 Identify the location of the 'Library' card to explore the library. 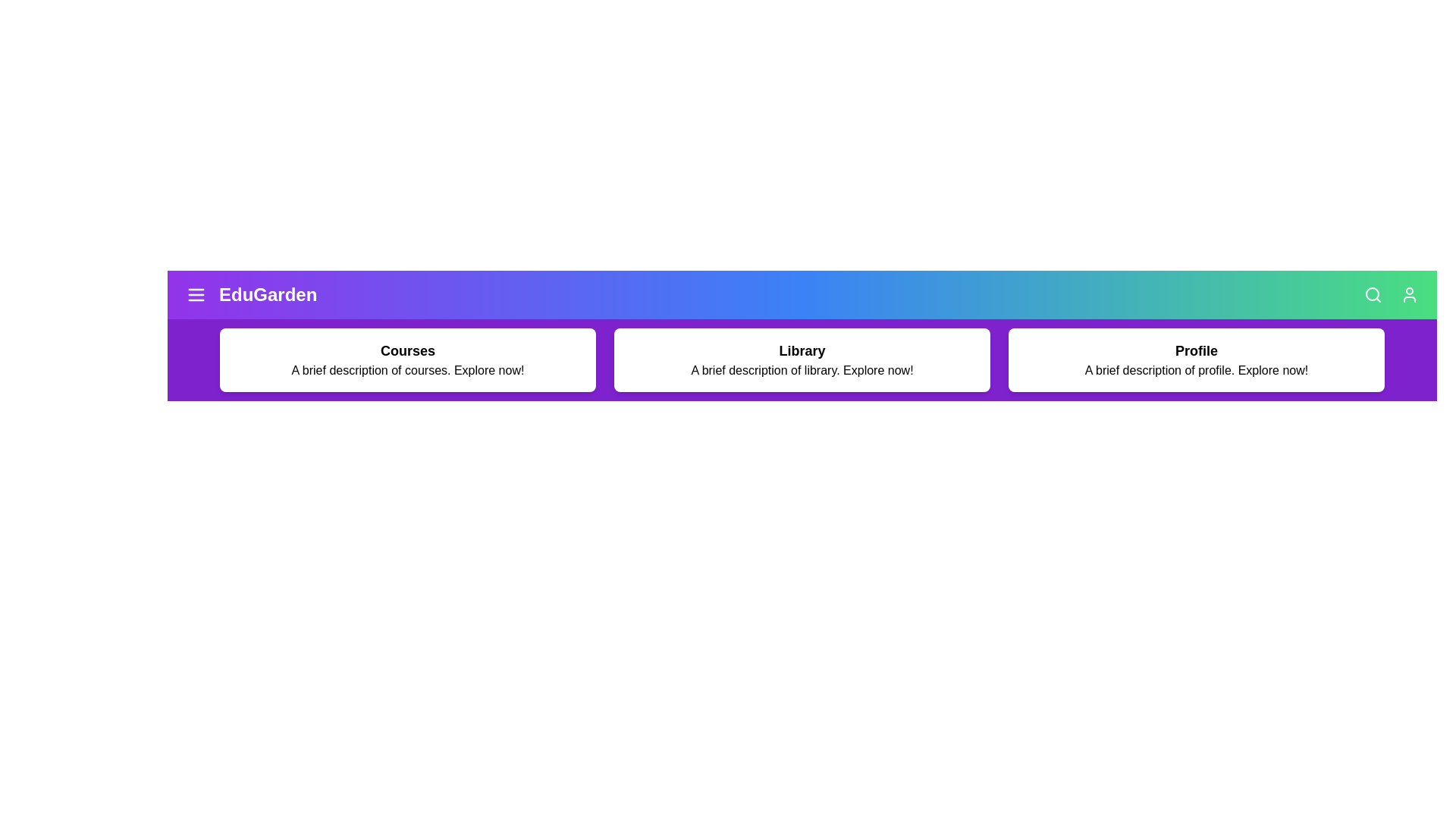
(801, 359).